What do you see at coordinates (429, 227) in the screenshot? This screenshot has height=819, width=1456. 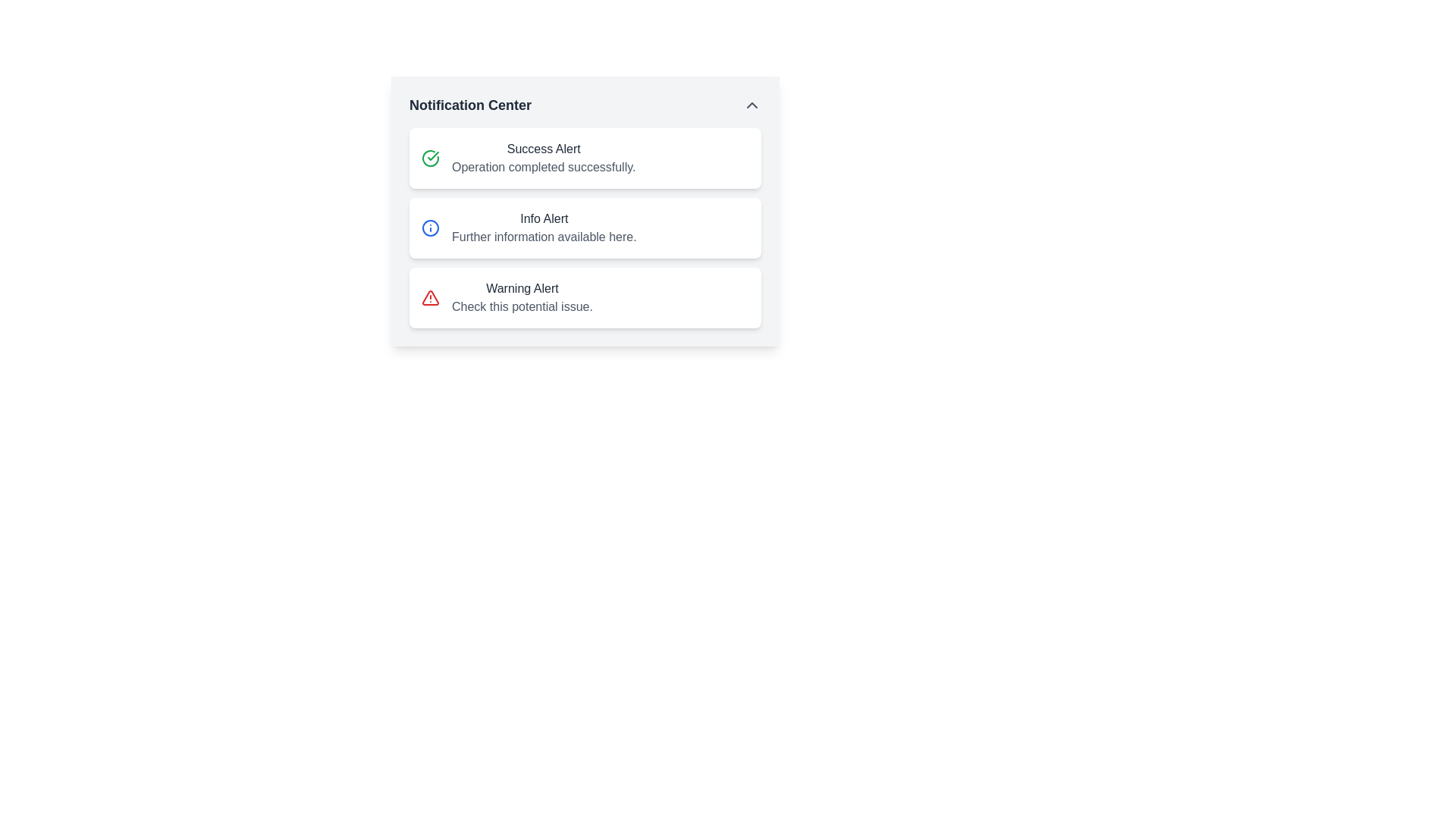 I see `the circular blue outlined information icon with a centered 'i', located in the notification center on the left side of the second row` at bounding box center [429, 227].